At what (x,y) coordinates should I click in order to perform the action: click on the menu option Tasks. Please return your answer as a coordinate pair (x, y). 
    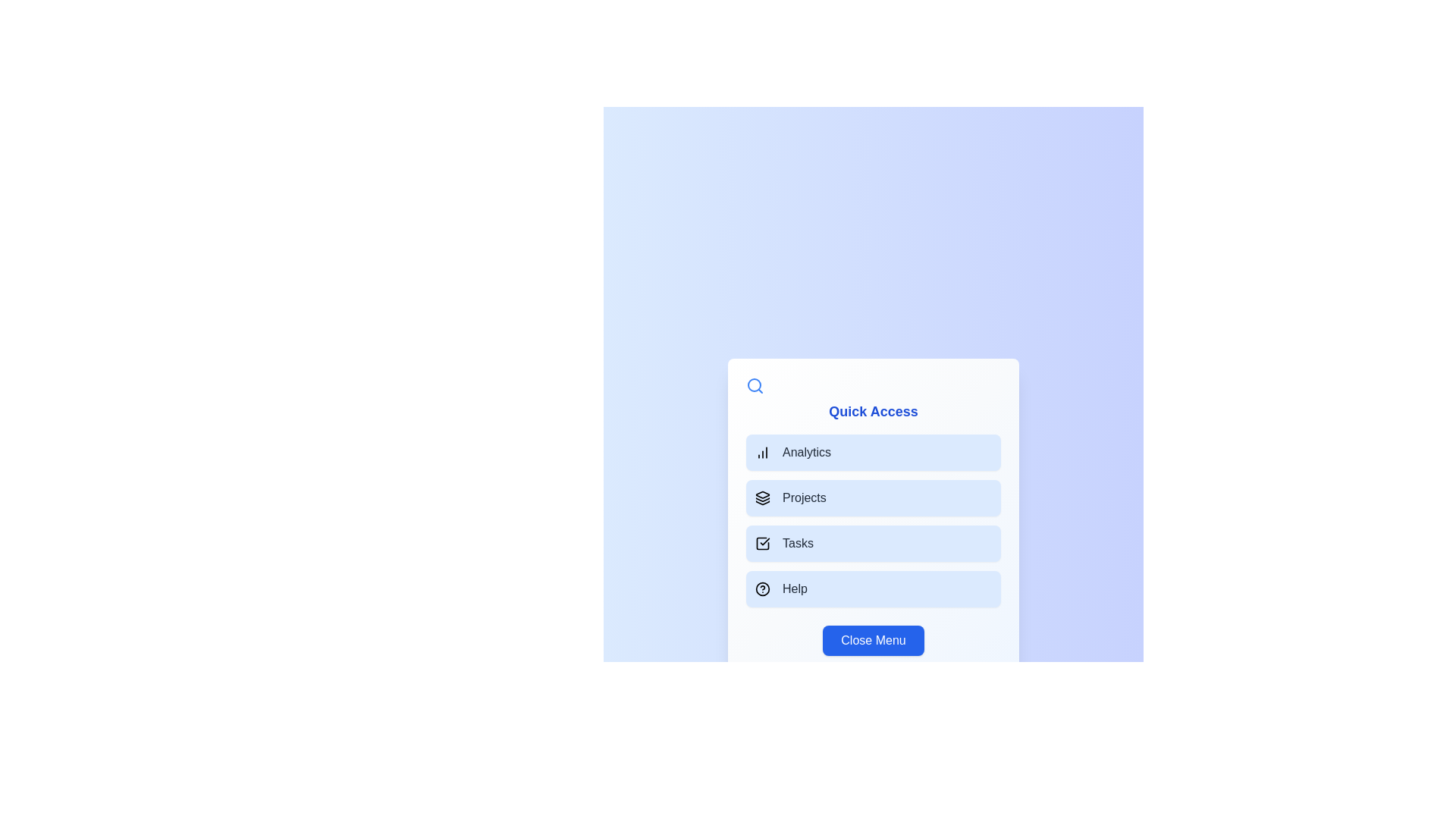
    Looking at the image, I should click on (874, 543).